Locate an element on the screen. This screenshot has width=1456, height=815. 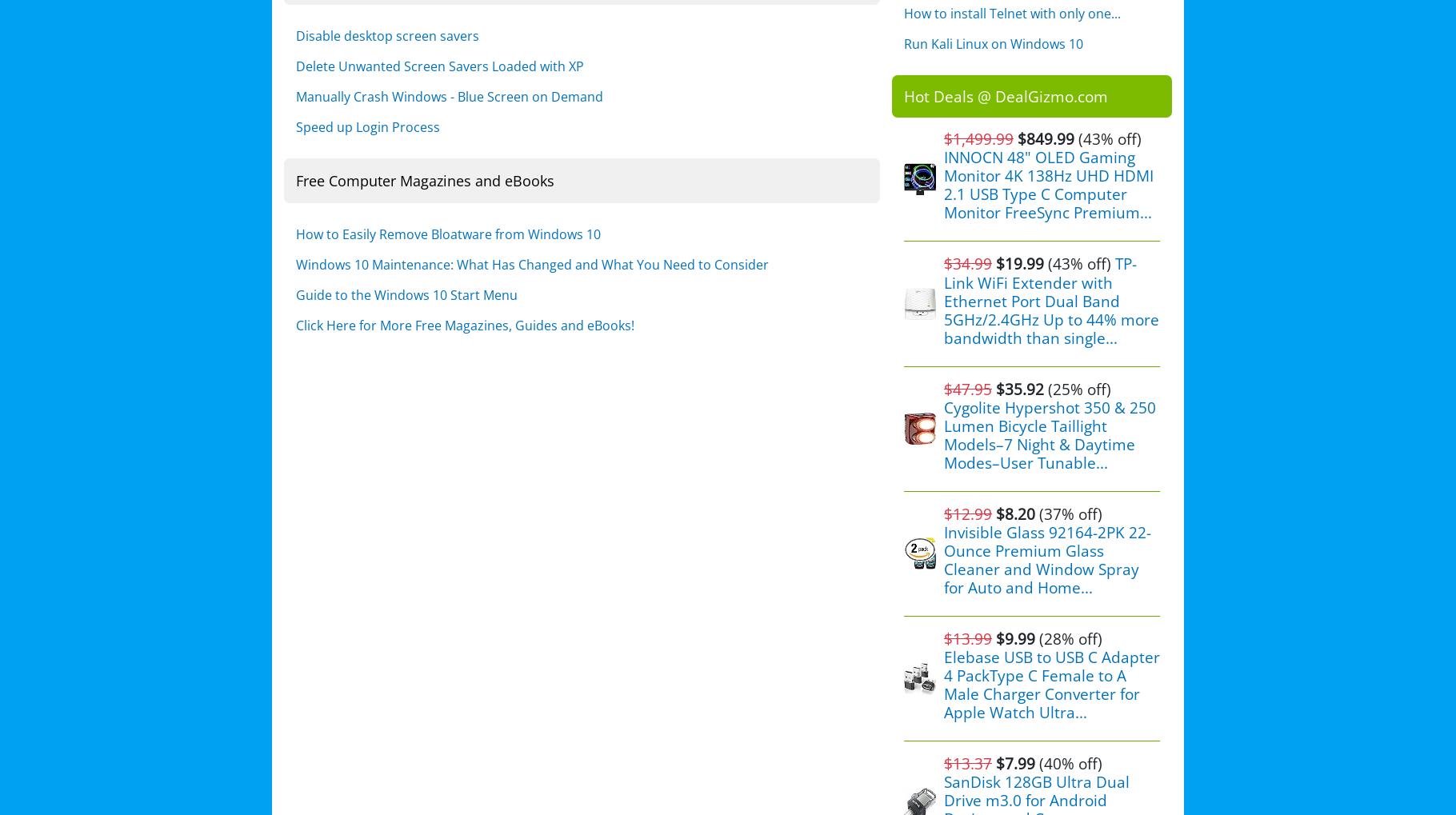
'TP-Link WiFi Extender with Ethernet Port Dual Band 5GHz/2.4GHz Up to 44% more bandwidth than single...' is located at coordinates (1051, 299).